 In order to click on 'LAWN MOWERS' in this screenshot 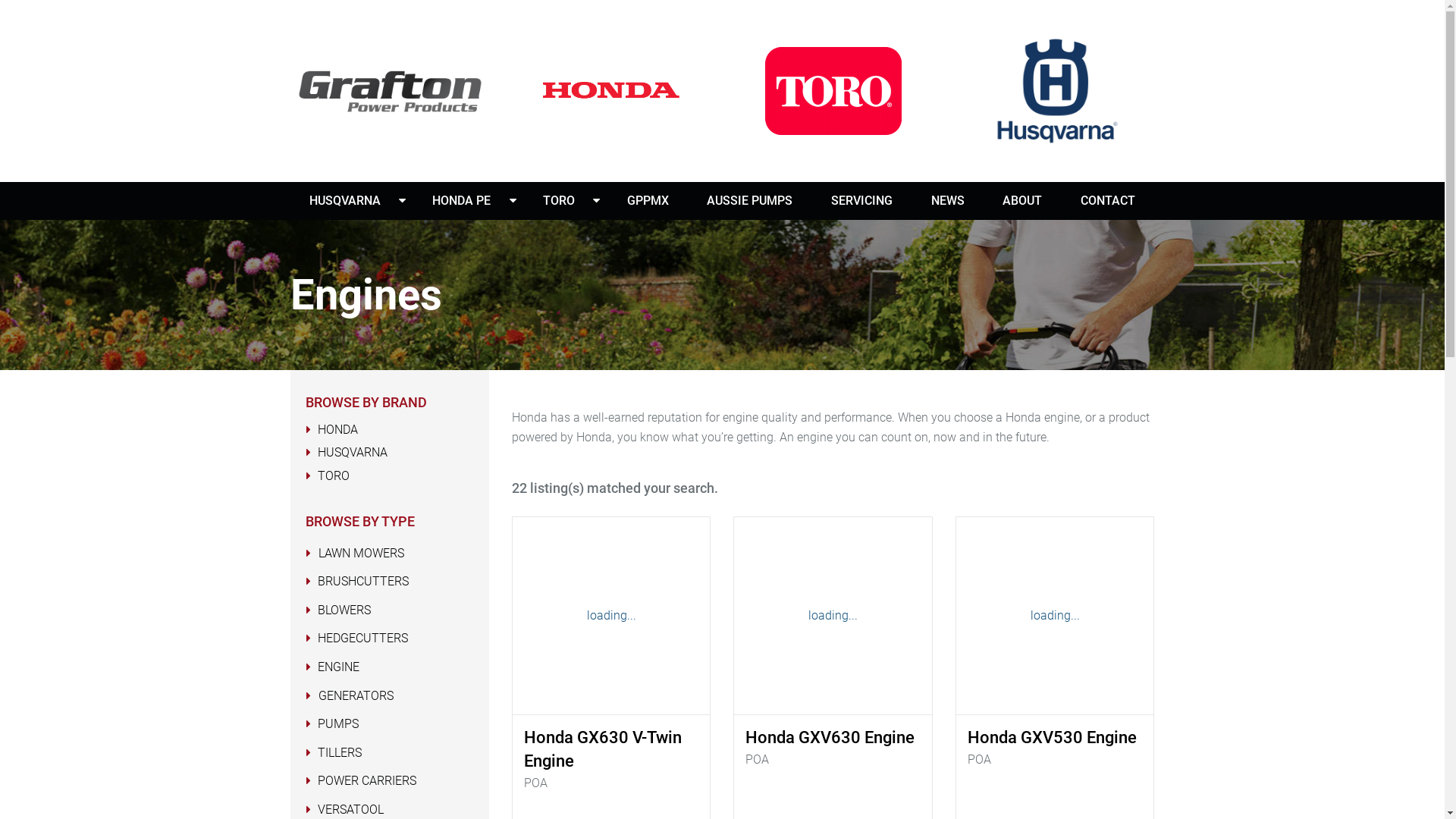, I will do `click(360, 553)`.